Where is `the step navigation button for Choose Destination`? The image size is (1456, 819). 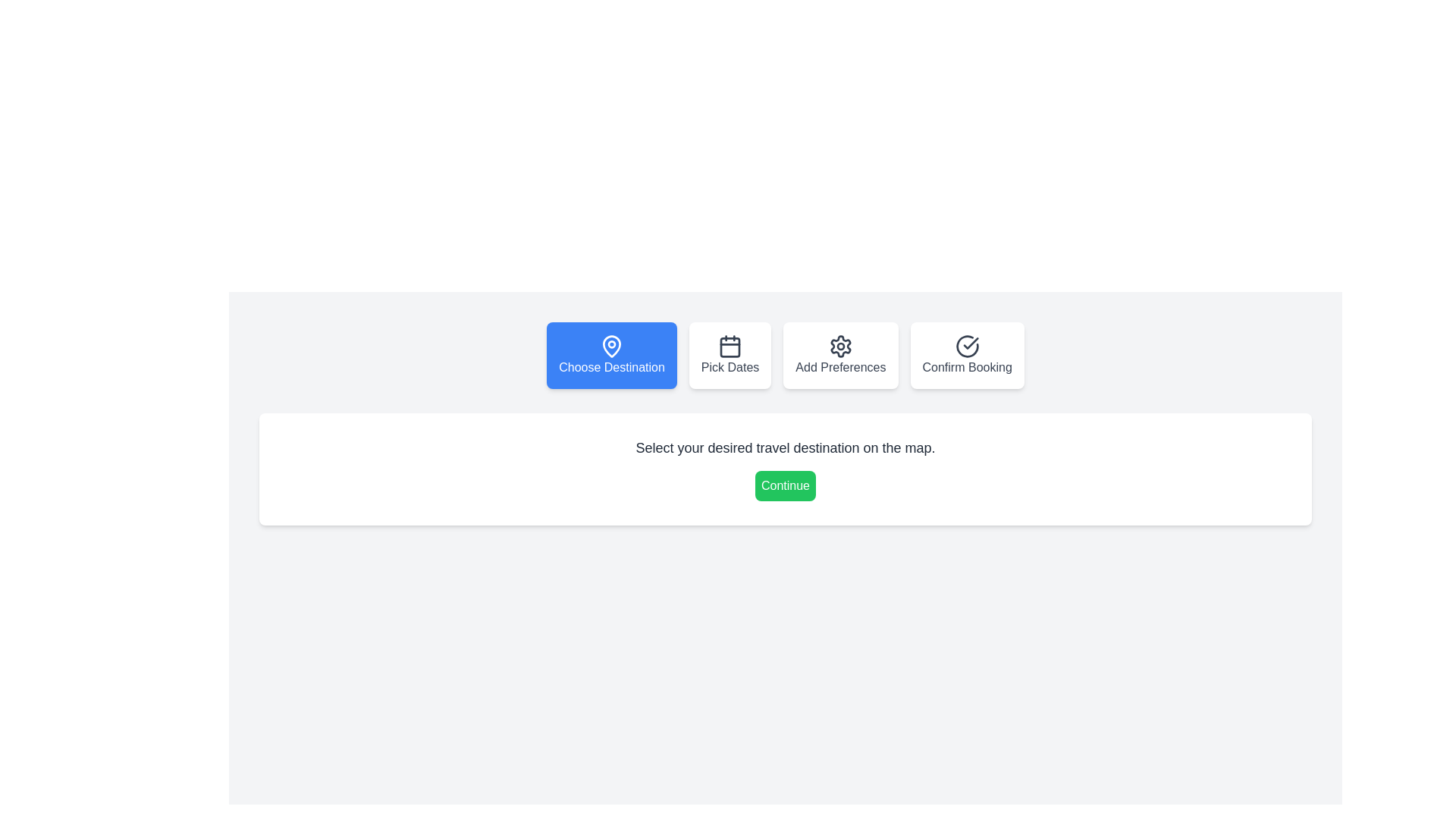
the step navigation button for Choose Destination is located at coordinates (611, 356).